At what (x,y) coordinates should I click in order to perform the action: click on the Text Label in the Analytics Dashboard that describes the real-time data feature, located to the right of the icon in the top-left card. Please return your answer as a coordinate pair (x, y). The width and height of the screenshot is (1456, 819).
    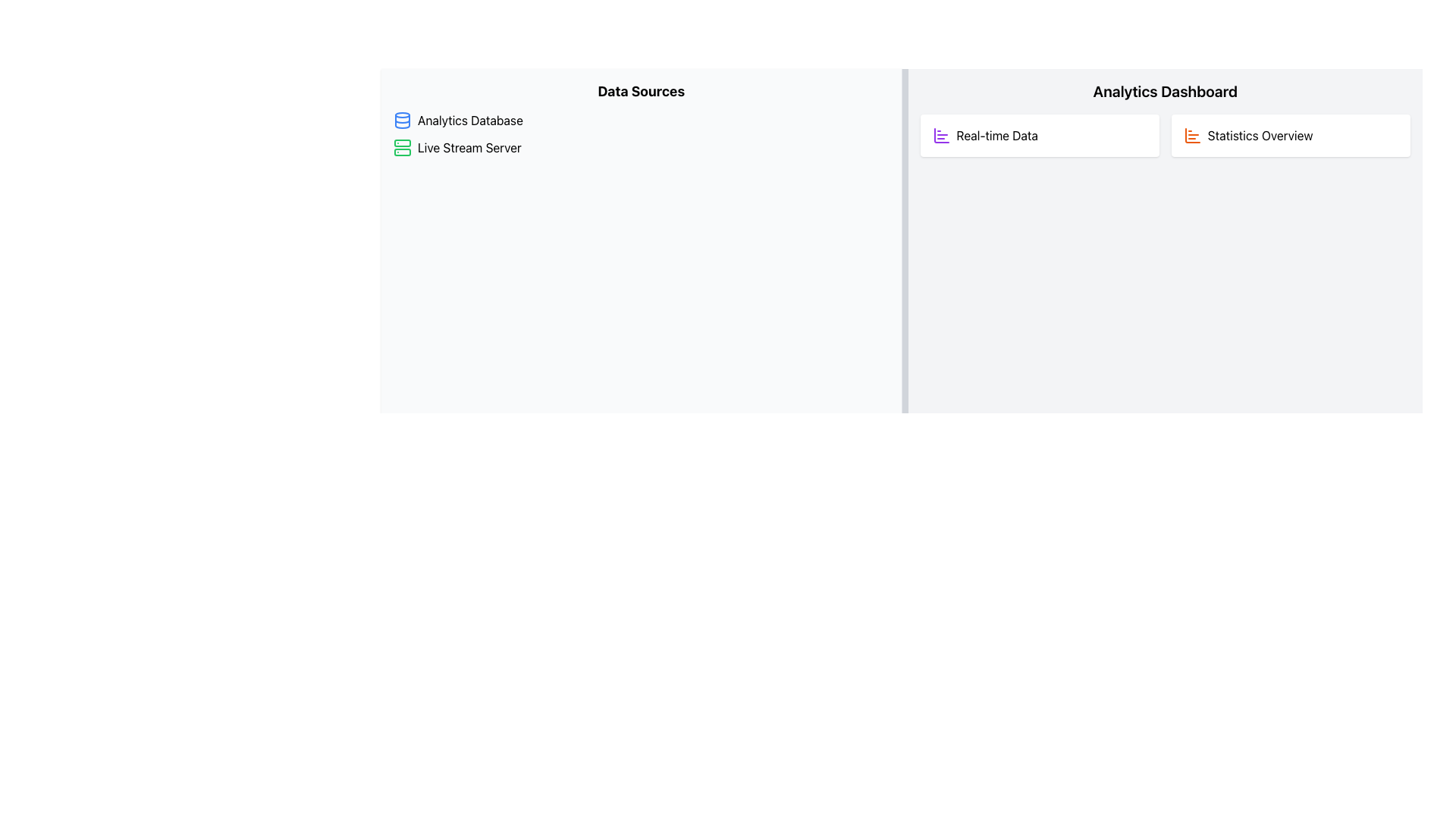
    Looking at the image, I should click on (997, 134).